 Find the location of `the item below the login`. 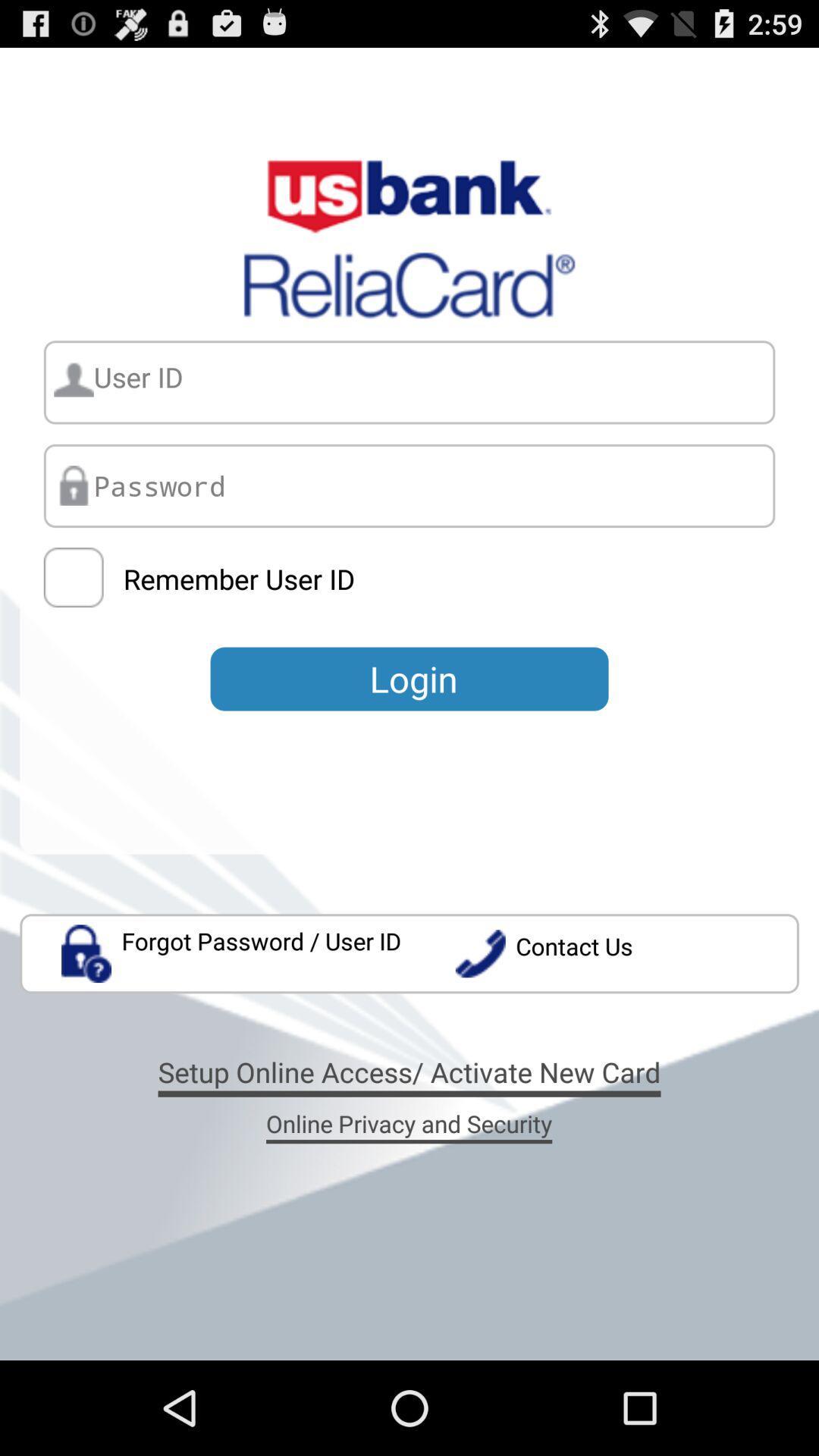

the item below the login is located at coordinates (626, 952).